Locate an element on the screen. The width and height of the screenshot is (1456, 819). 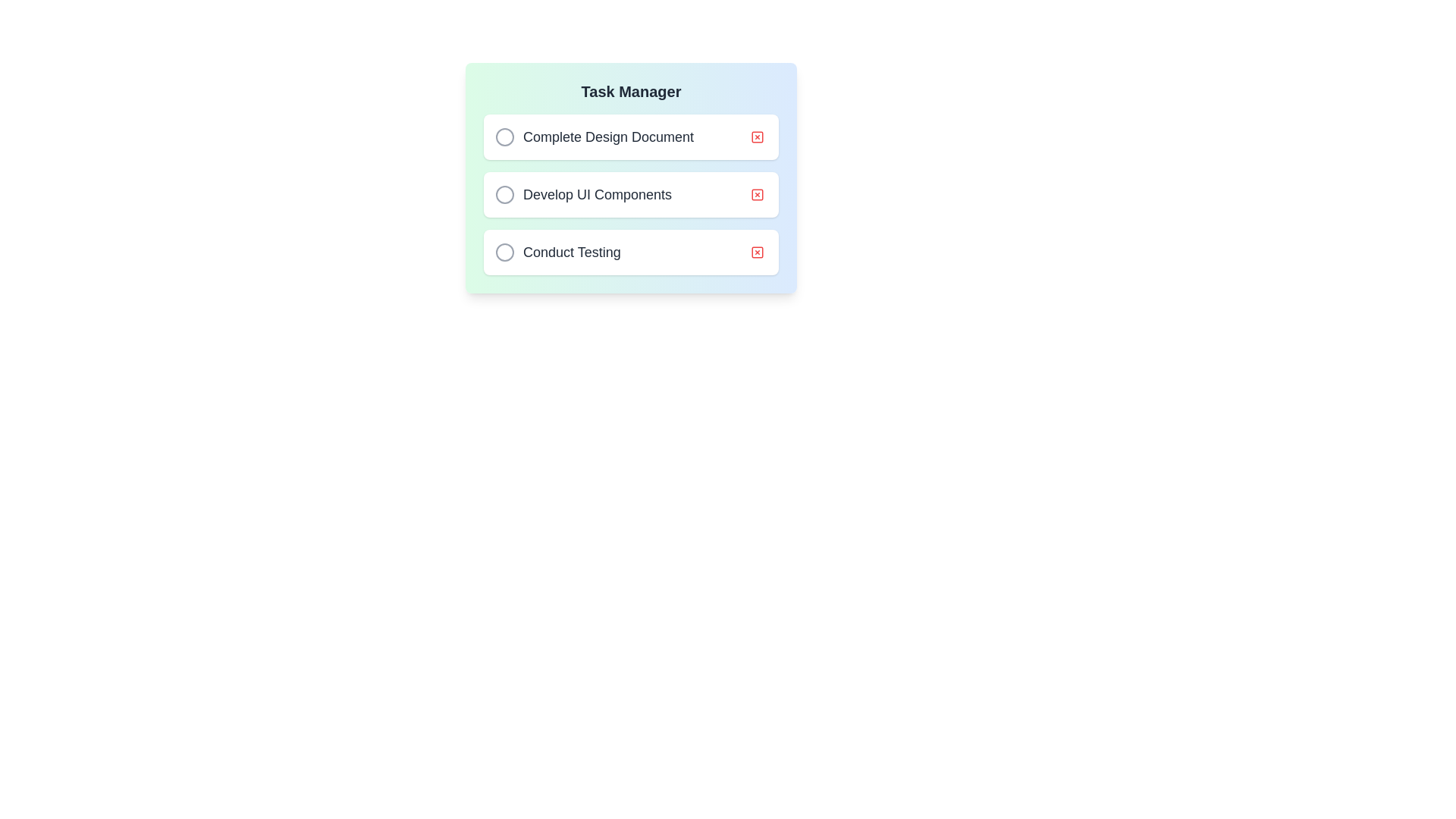
the button located at the right end of the first row of task items is located at coordinates (757, 137).